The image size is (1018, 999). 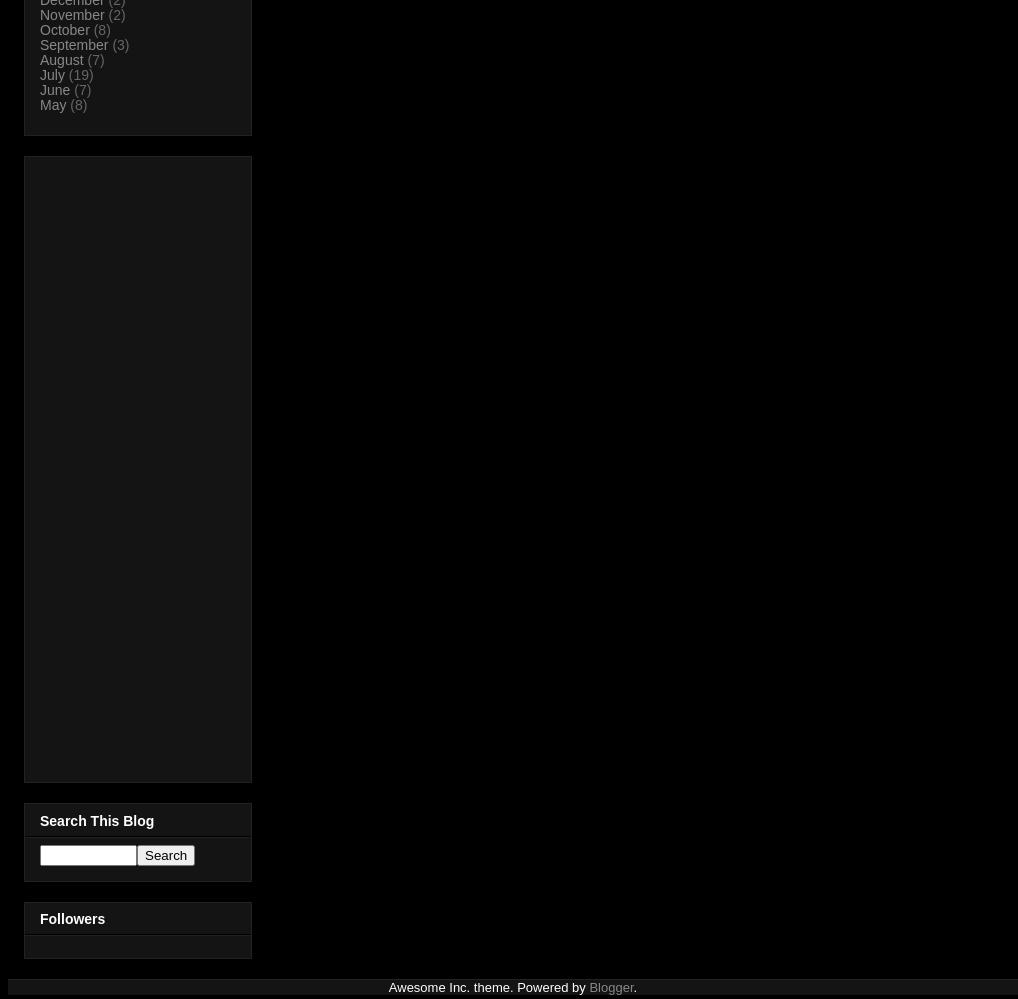 What do you see at coordinates (610, 986) in the screenshot?
I see `'Blogger'` at bounding box center [610, 986].